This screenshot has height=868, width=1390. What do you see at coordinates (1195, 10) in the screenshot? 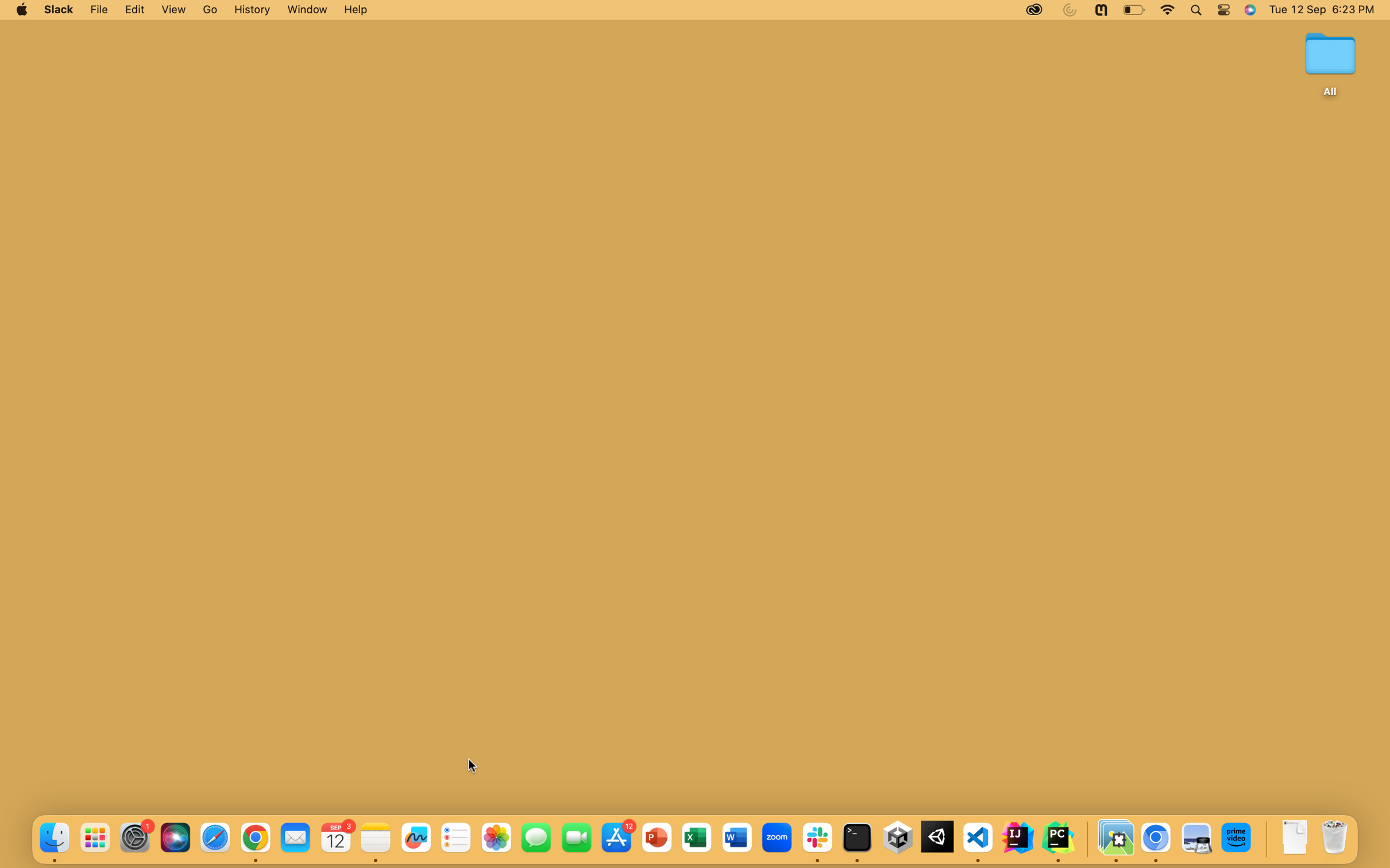
I see `Locate the Calculator App by utilizing the search button` at bounding box center [1195, 10].